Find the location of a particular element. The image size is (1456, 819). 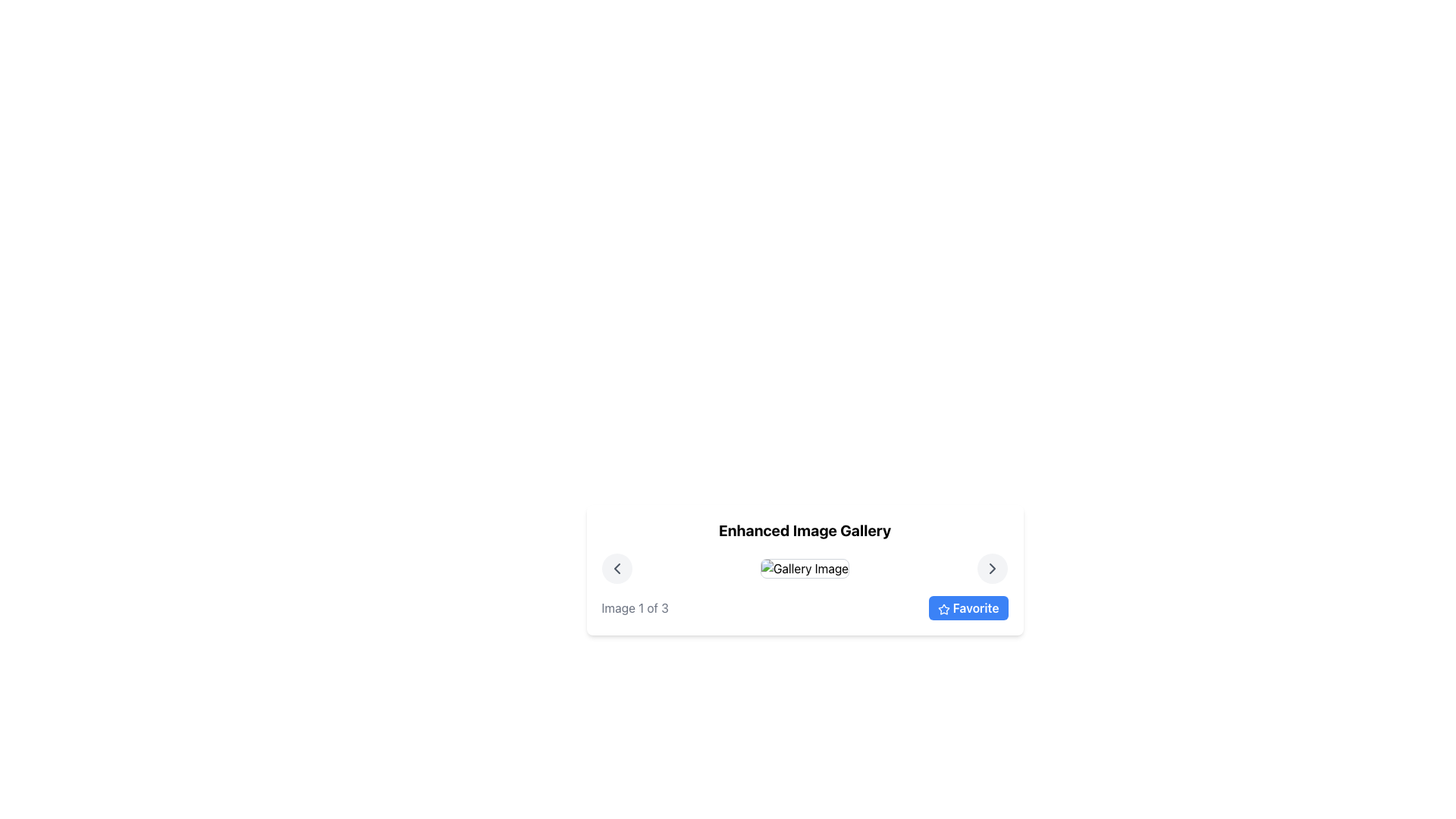

the right arrow SVG icon located inside the circular button at the right edge of the interface's control bar for potential visual effects is located at coordinates (993, 568).